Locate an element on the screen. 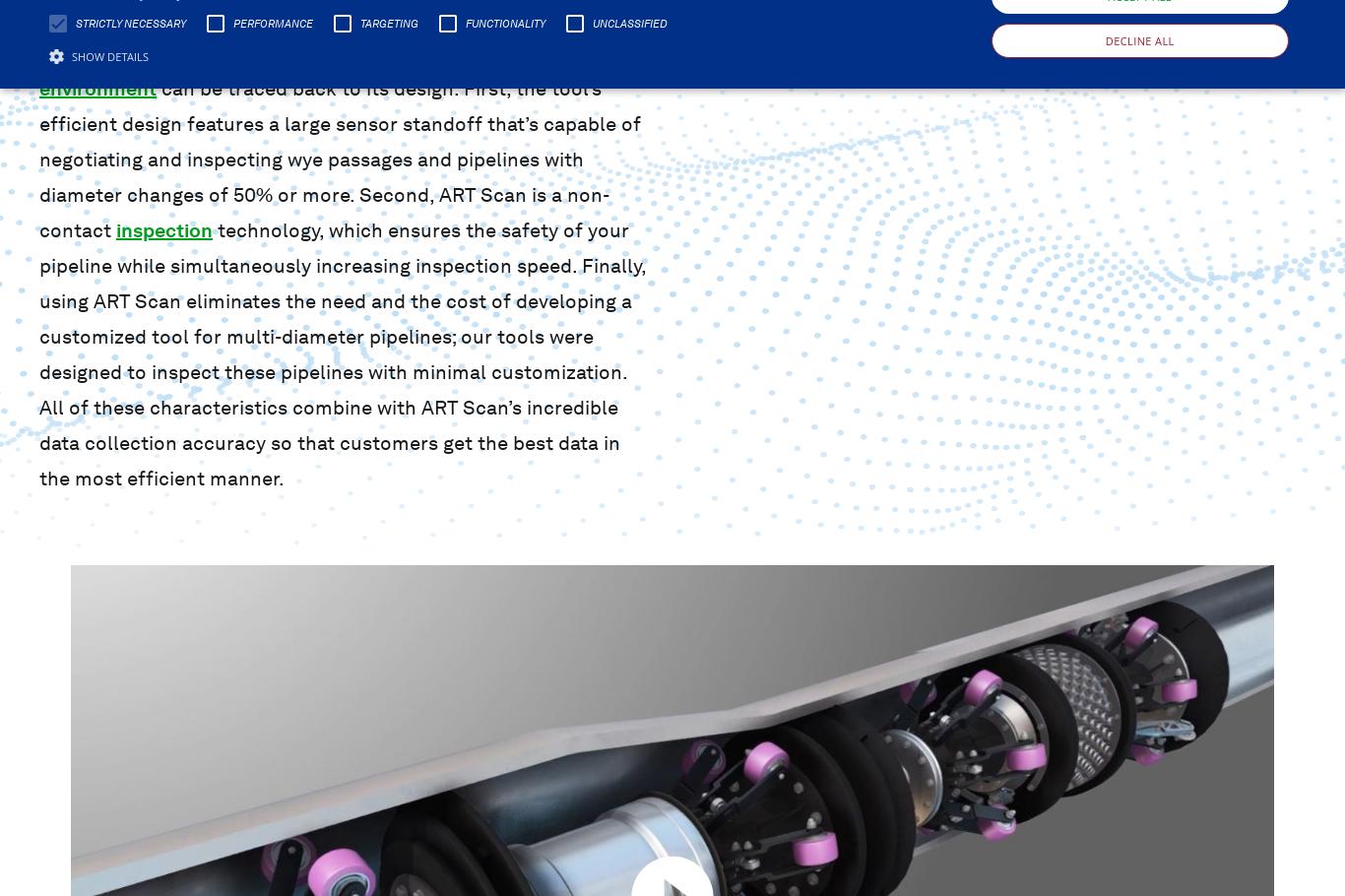  'inspection' is located at coordinates (115, 229).